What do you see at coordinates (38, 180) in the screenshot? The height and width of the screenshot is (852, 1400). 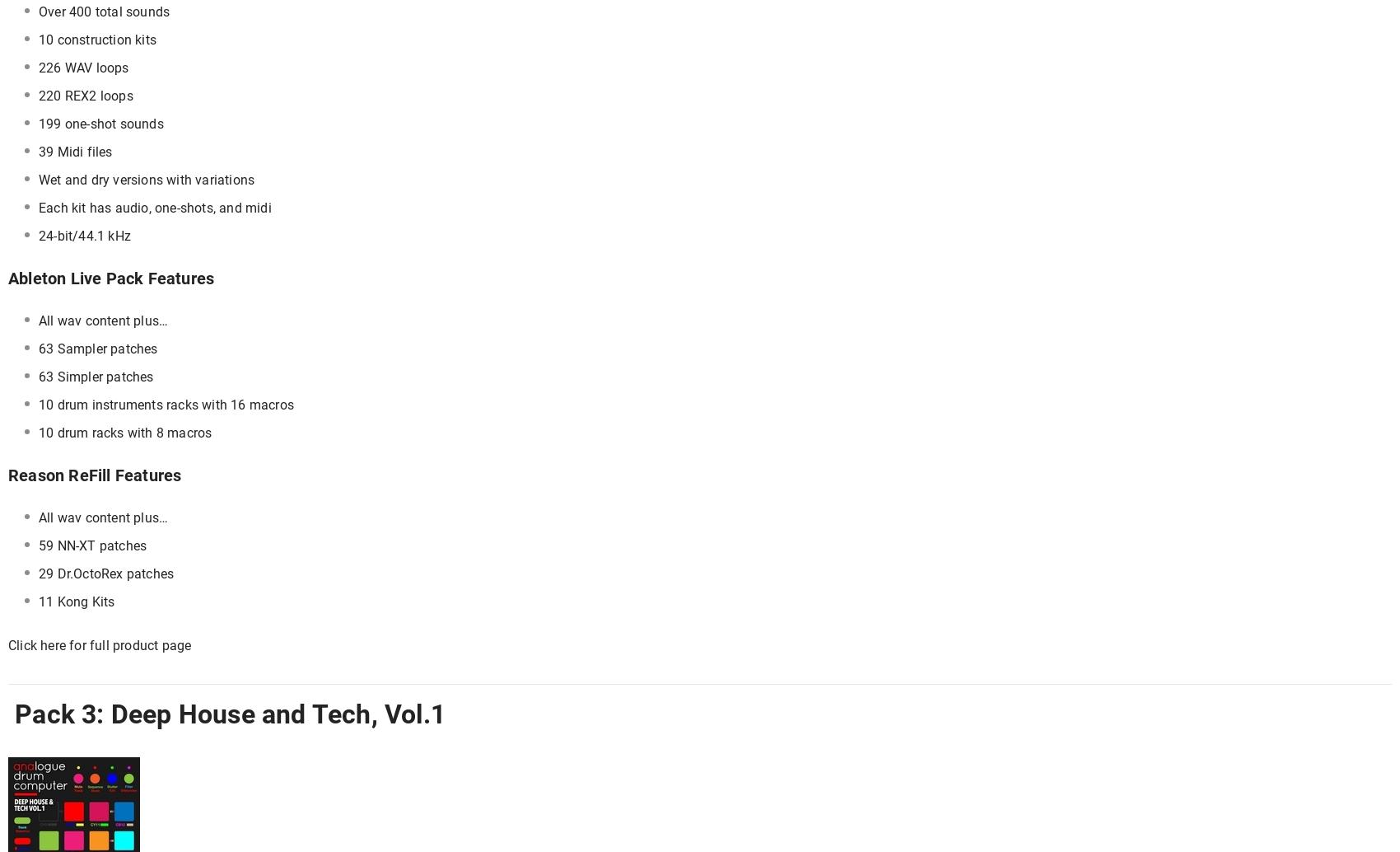 I see `'Wet and dry versions with variations'` at bounding box center [38, 180].